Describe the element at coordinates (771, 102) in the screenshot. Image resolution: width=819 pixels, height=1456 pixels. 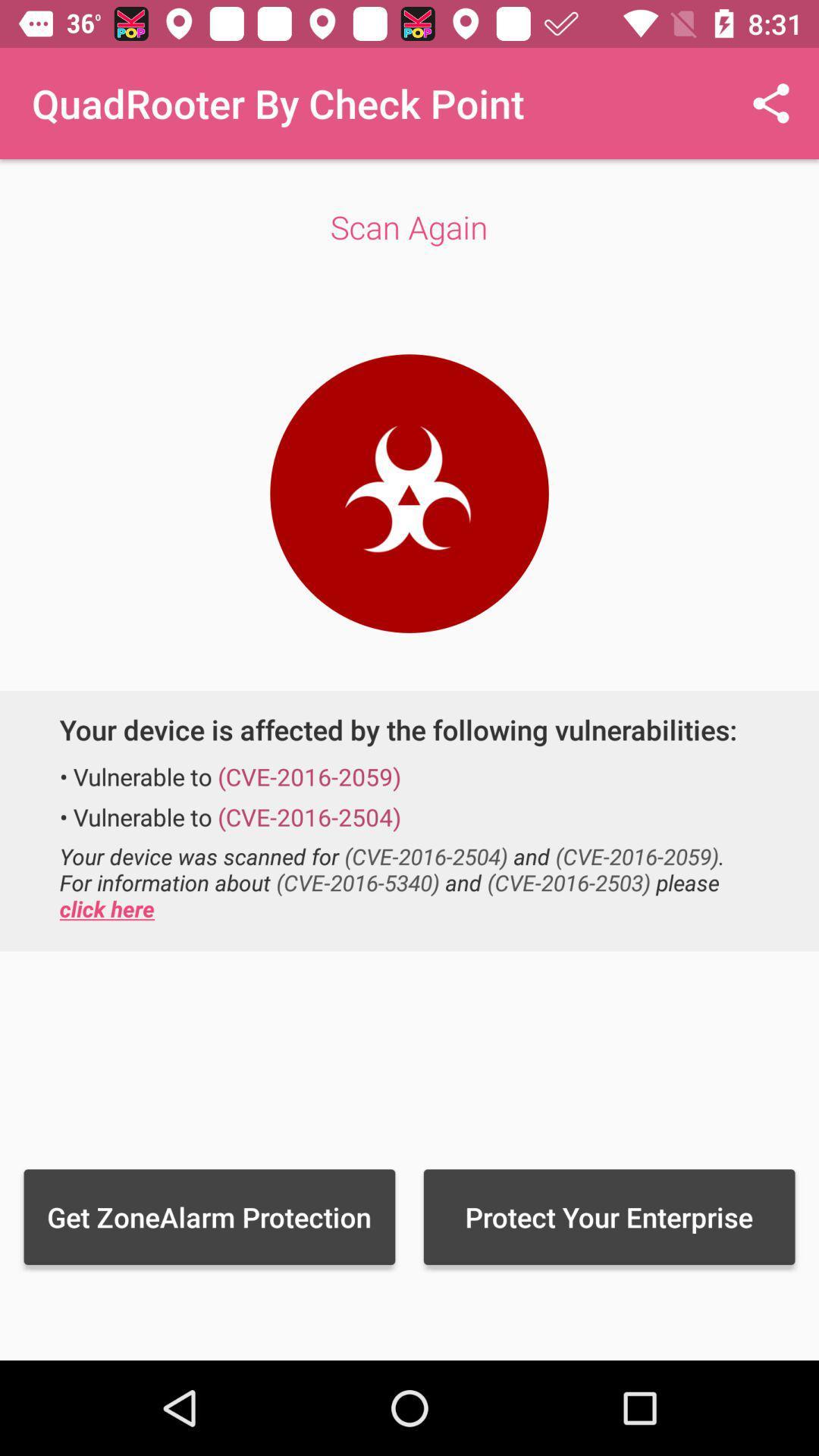
I see `the item to the right of the quadrooter by check item` at that location.